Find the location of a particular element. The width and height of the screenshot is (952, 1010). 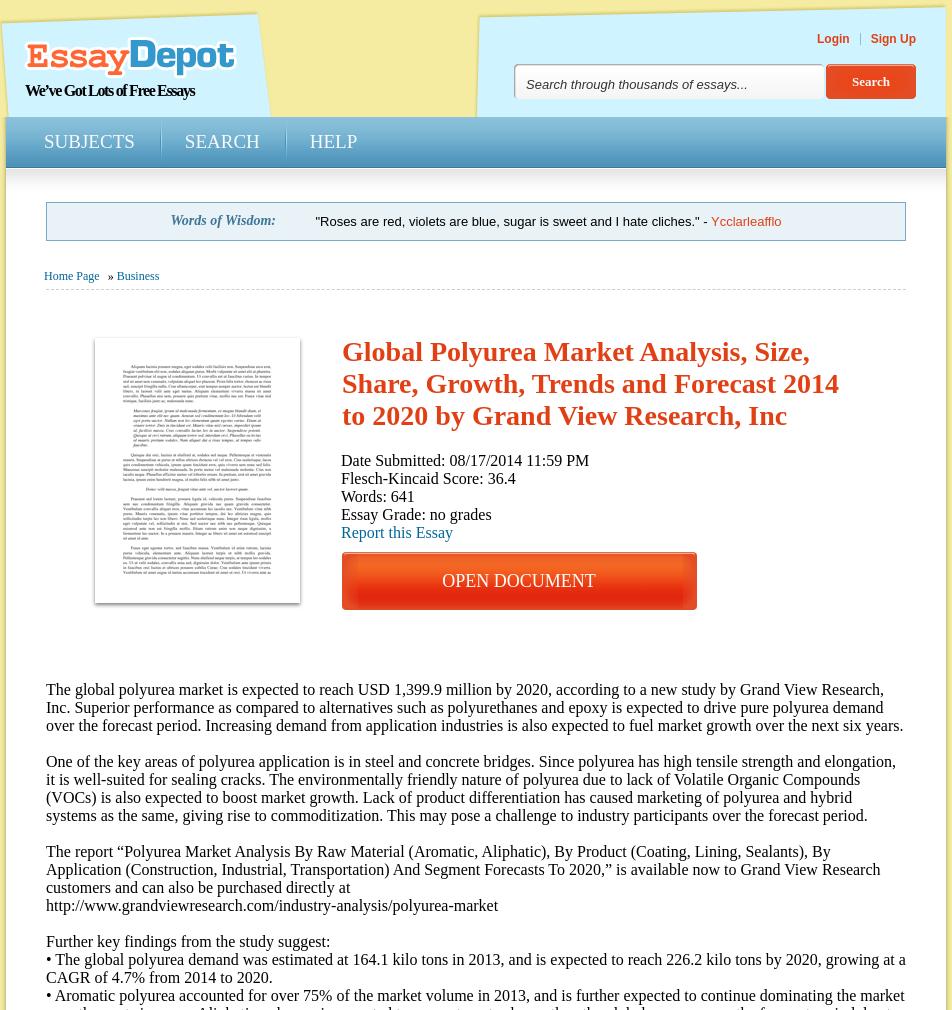

'-' is located at coordinates (704, 220).